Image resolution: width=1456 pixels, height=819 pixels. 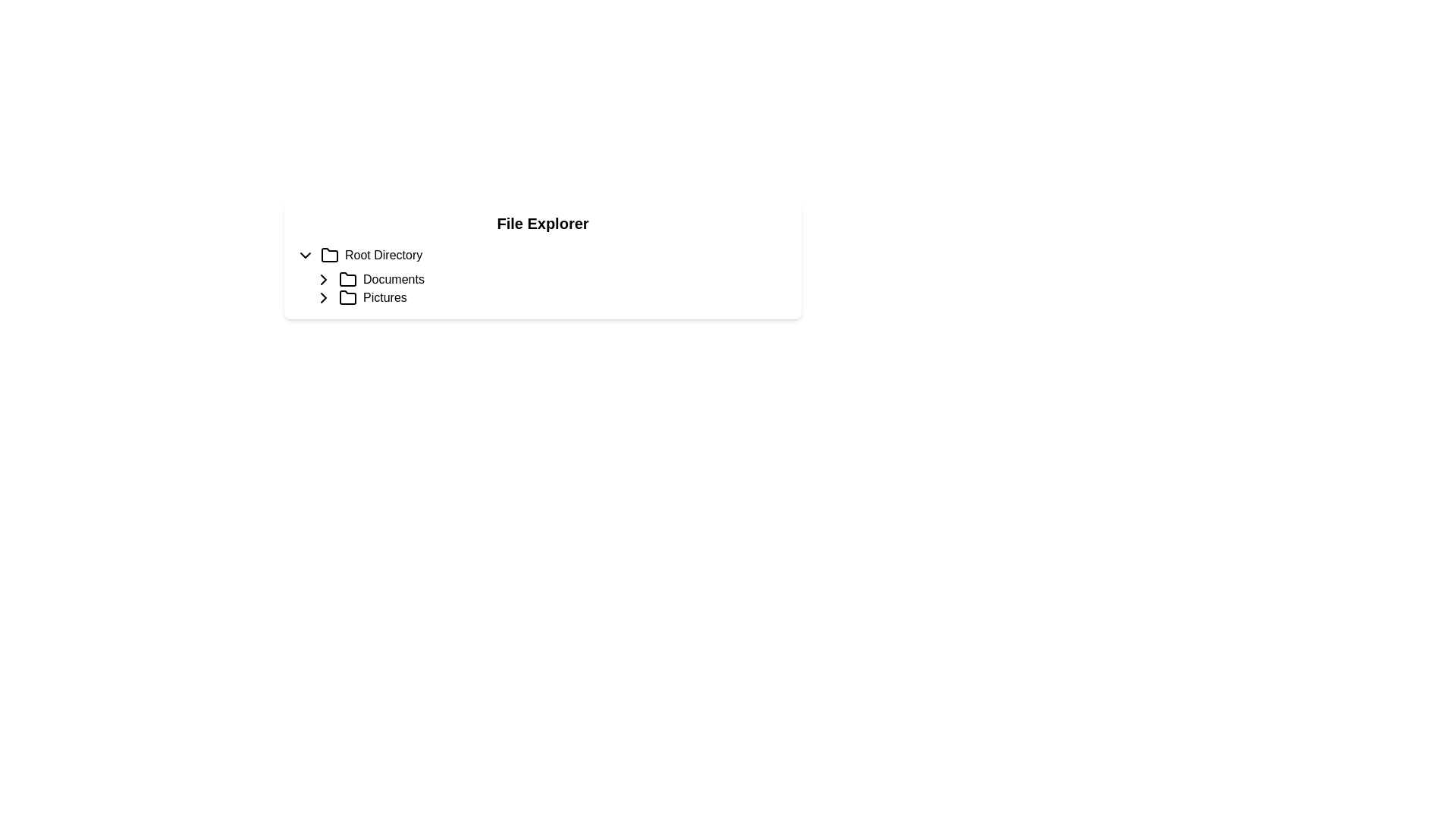 I want to click on the Chevron icon next to the 'Documents' item in the File Explorer, so click(x=323, y=280).